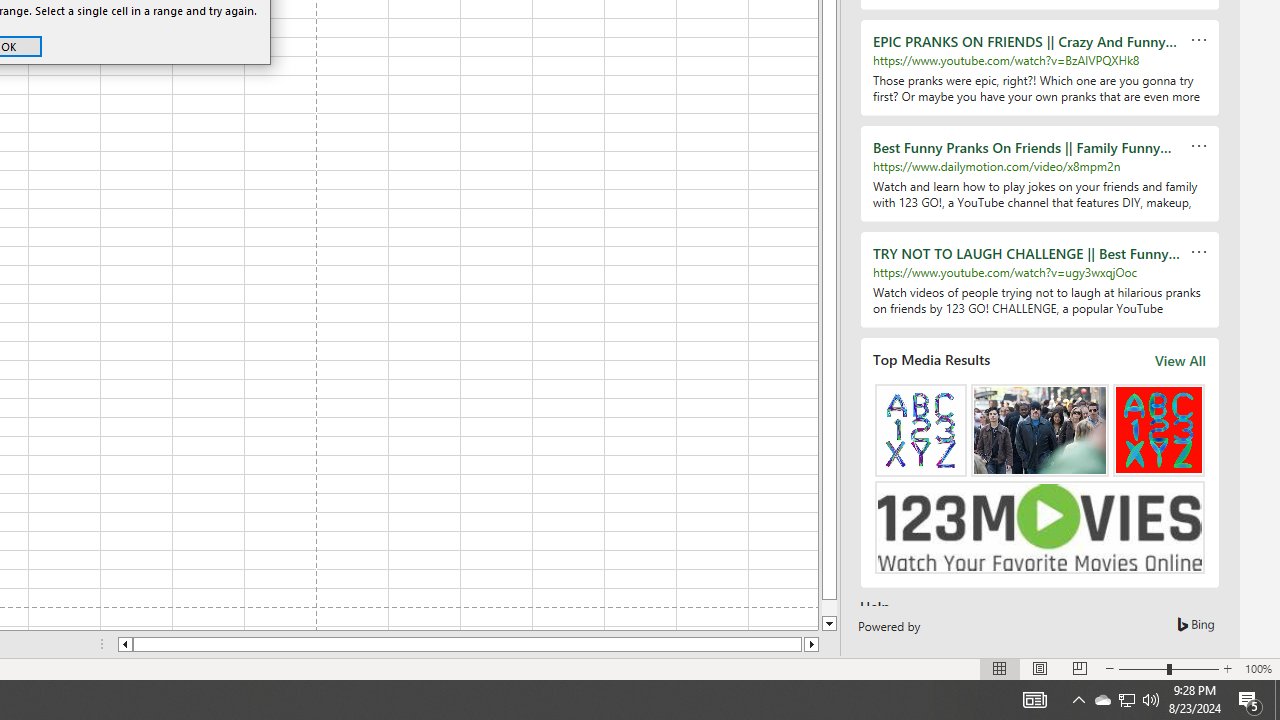 Image resolution: width=1280 pixels, height=720 pixels. What do you see at coordinates (1034, 698) in the screenshot?
I see `'AutomationID: 4105'` at bounding box center [1034, 698].